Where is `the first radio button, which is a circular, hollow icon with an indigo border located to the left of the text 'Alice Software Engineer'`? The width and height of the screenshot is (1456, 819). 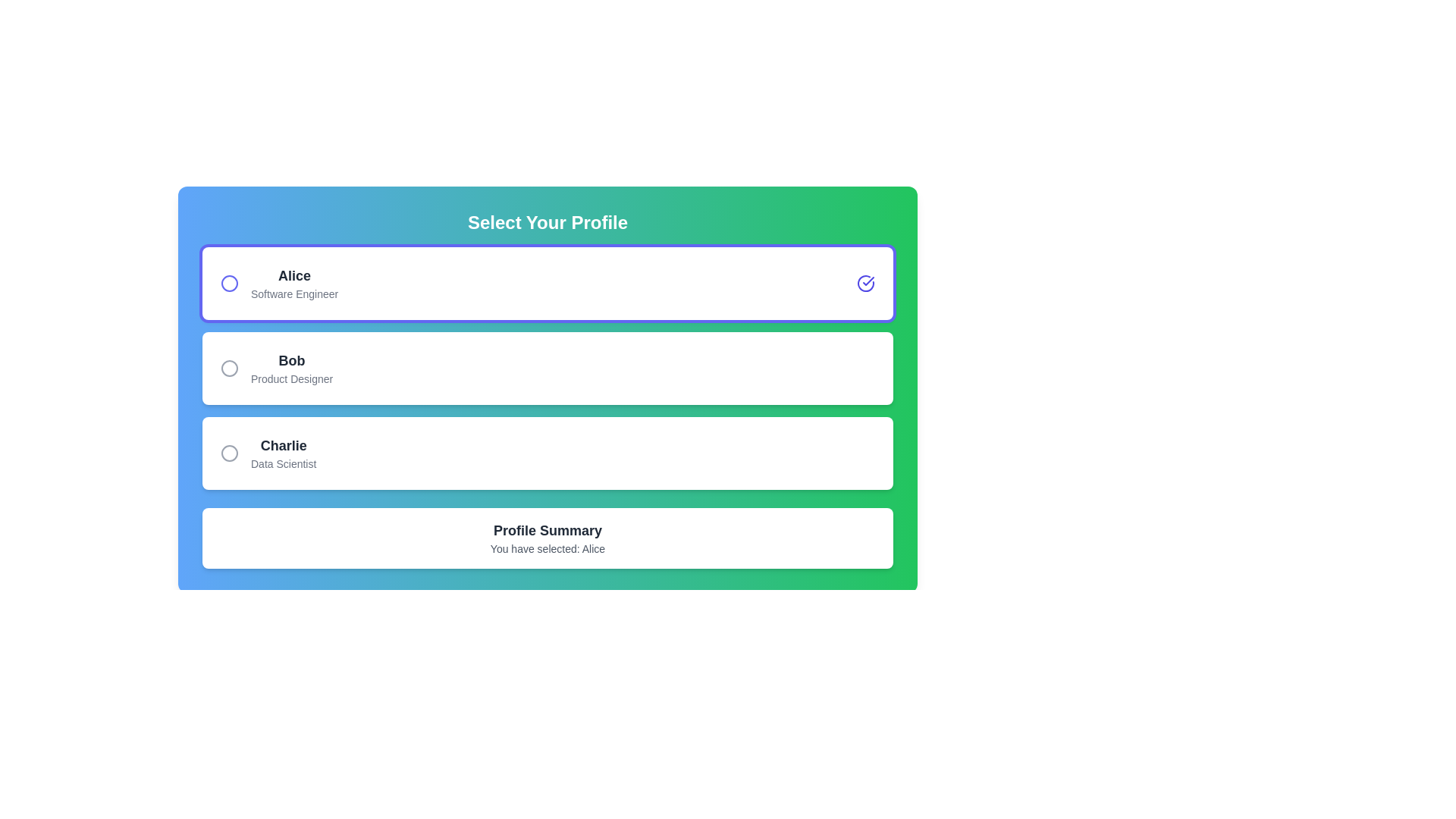 the first radio button, which is a circular, hollow icon with an indigo border located to the left of the text 'Alice Software Engineer' is located at coordinates (228, 284).